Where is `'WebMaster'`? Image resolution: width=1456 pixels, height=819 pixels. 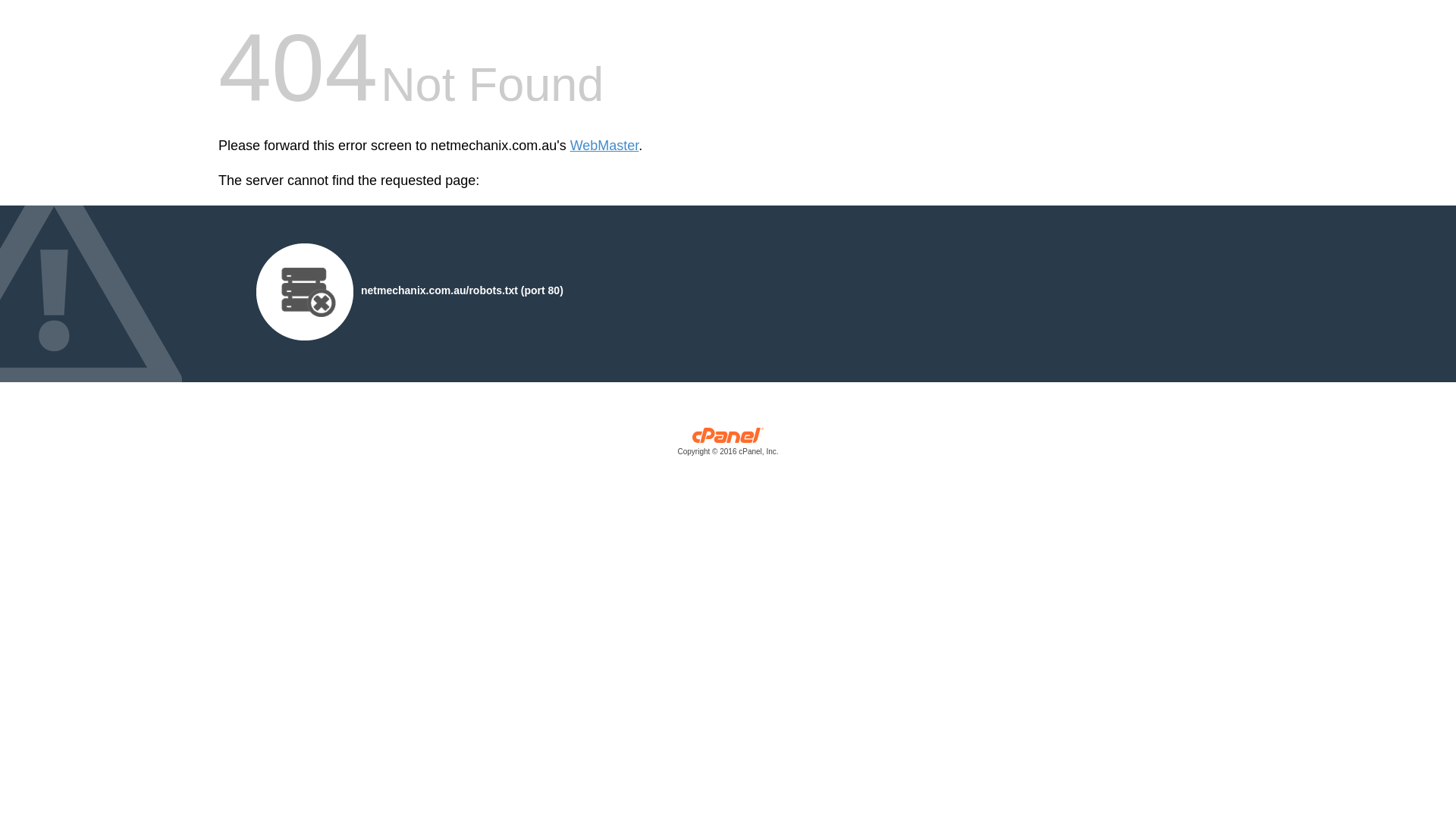 'WebMaster' is located at coordinates (570, 146).